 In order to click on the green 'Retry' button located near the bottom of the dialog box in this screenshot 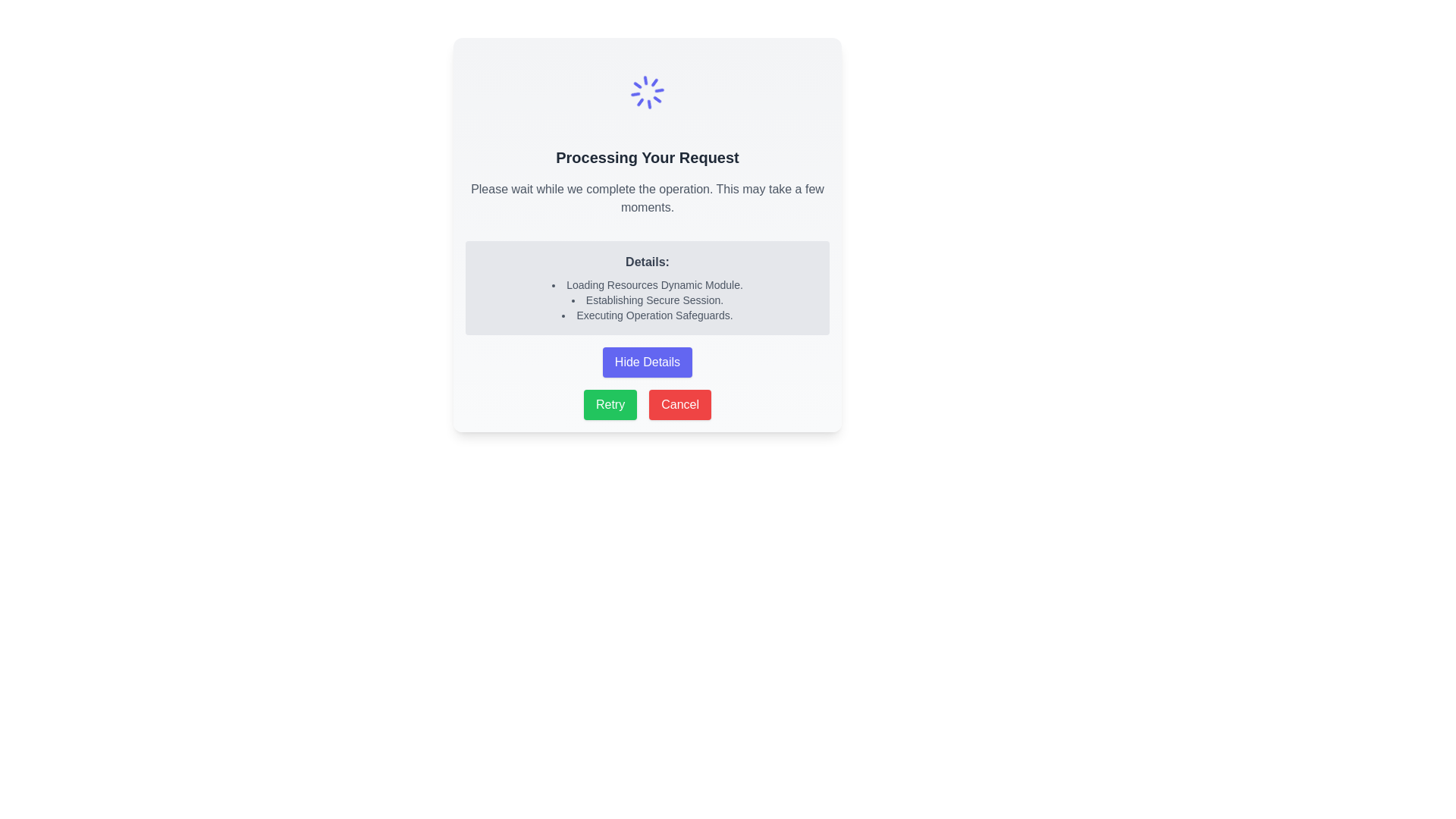, I will do `click(610, 403)`.